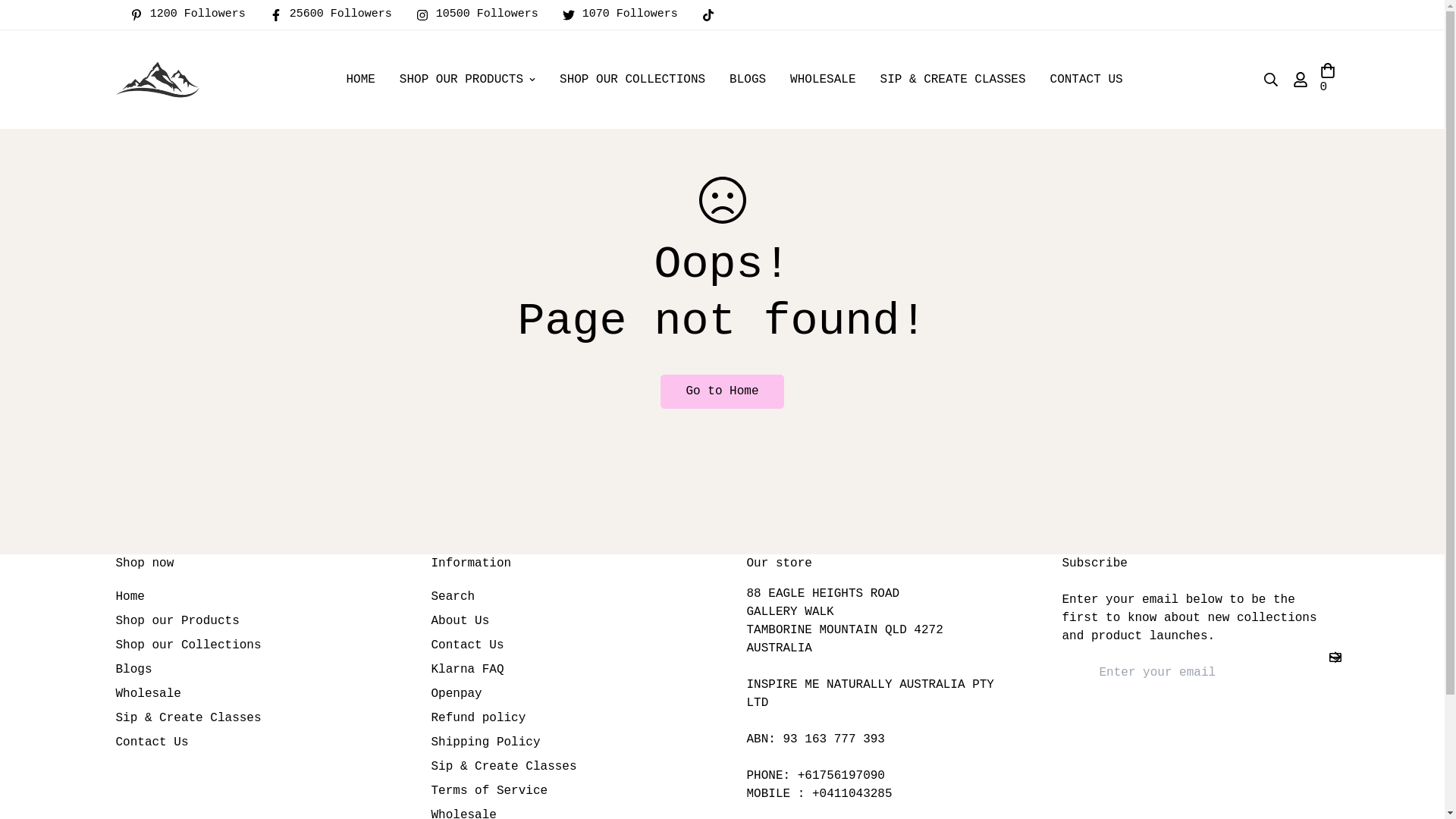  I want to click on '+0411043285', so click(811, 792).